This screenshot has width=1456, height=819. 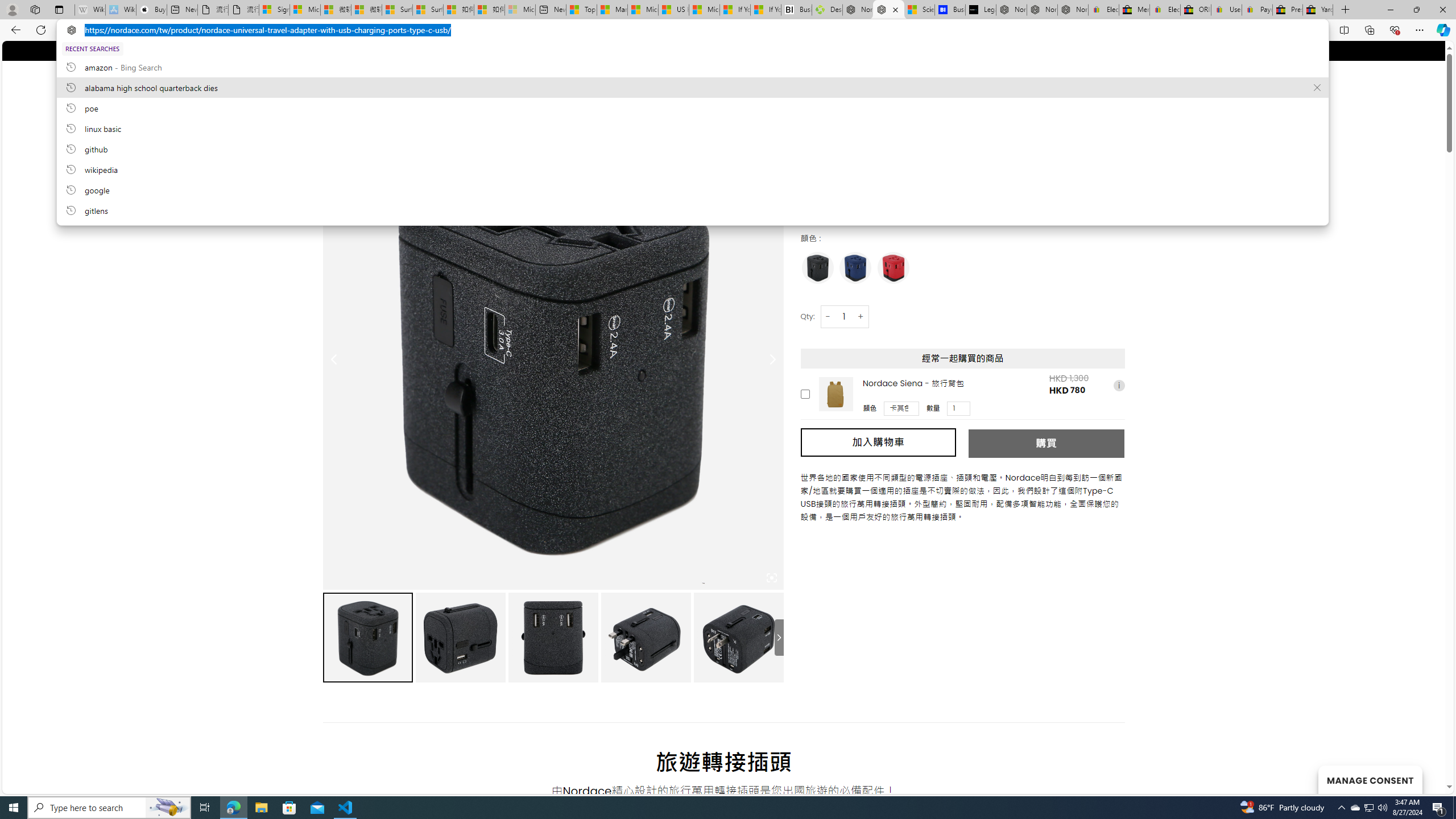 I want to click on '-', so click(x=828, y=316).